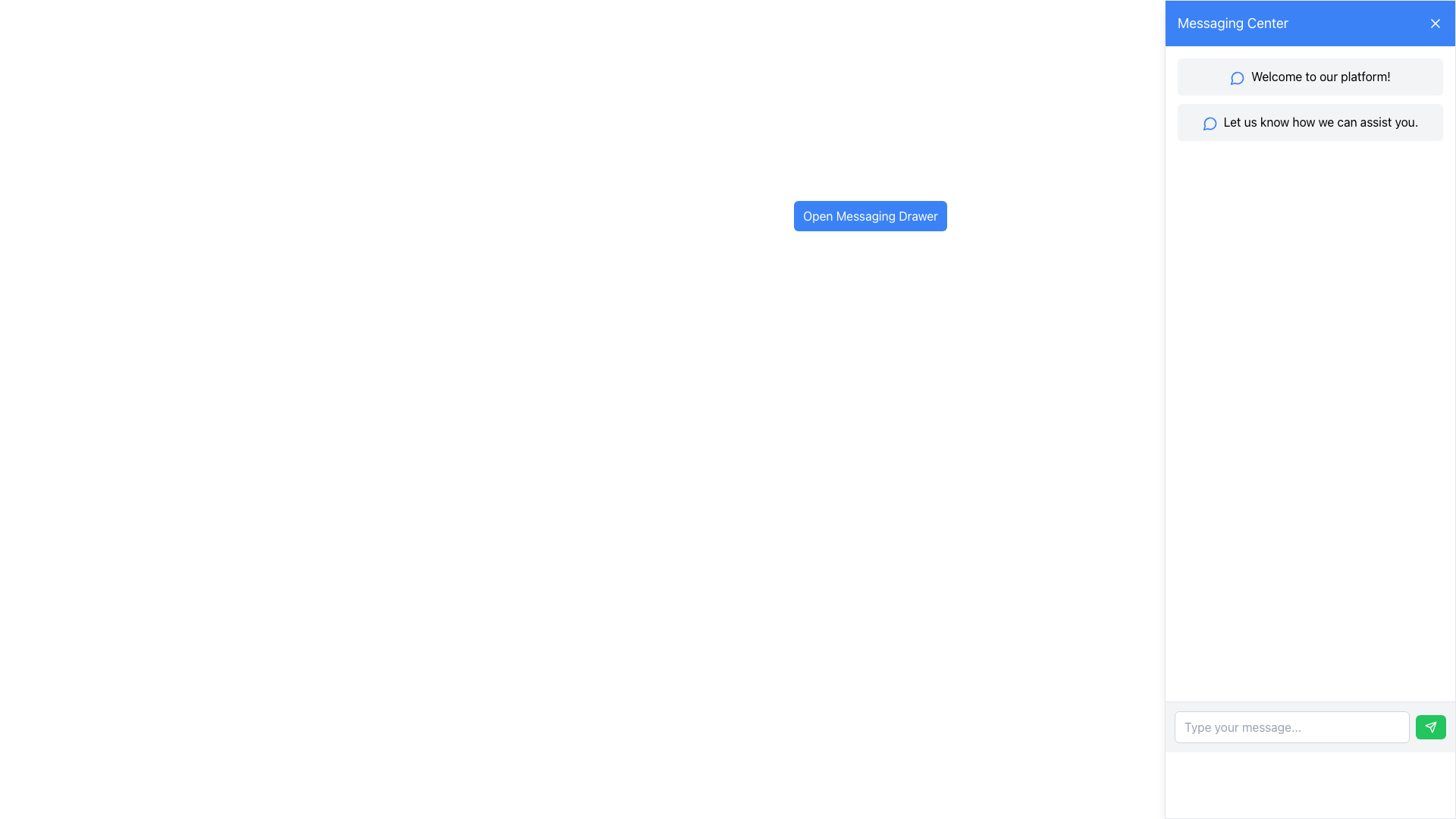  Describe the element at coordinates (870, 216) in the screenshot. I see `the rectangular button with a blue background and white text that reads 'Open Messaging Drawer'` at that location.